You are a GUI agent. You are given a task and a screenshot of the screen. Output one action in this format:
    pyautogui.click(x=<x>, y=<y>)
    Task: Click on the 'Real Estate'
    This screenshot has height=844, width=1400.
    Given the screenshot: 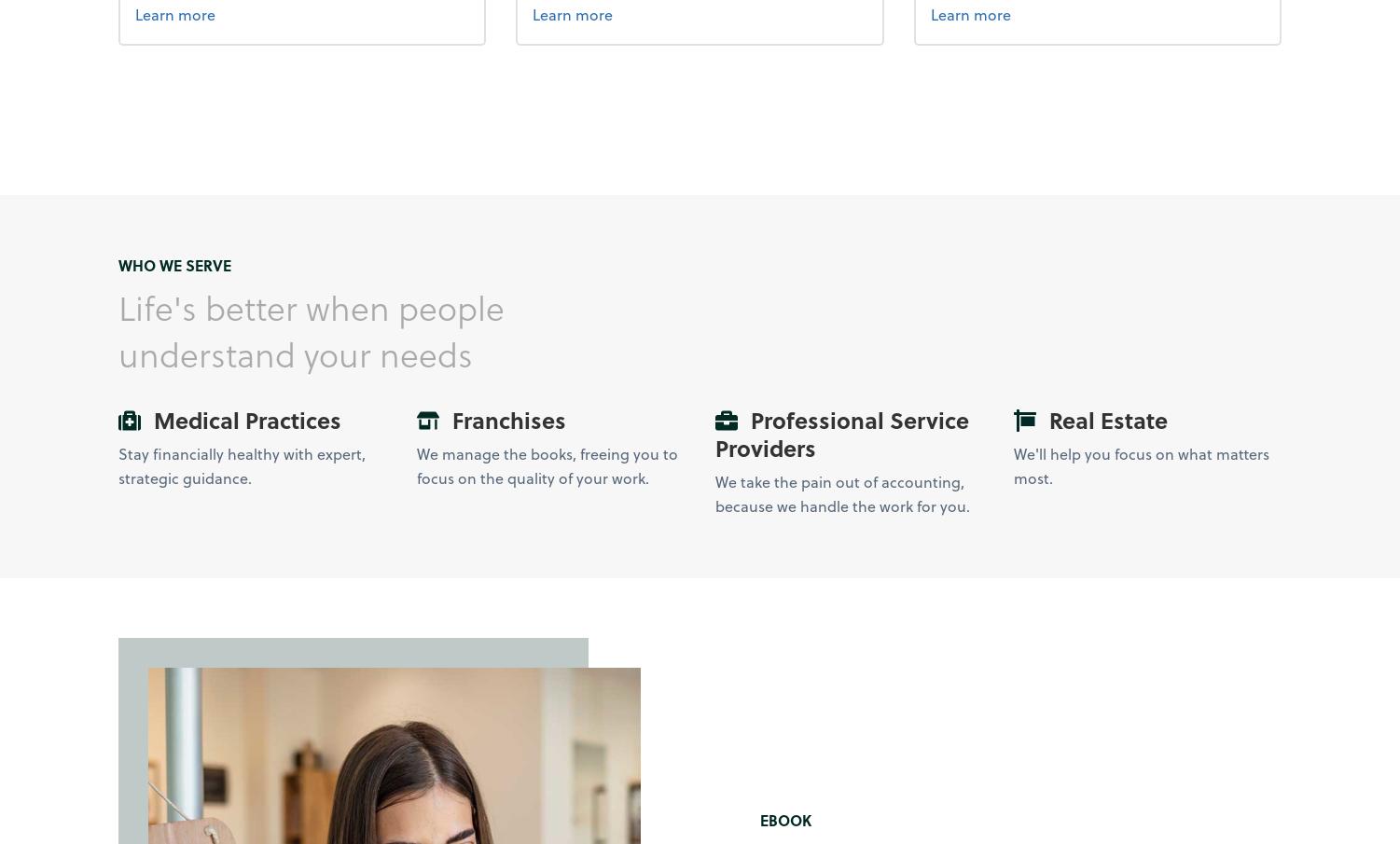 What is the action you would take?
    pyautogui.click(x=1103, y=419)
    